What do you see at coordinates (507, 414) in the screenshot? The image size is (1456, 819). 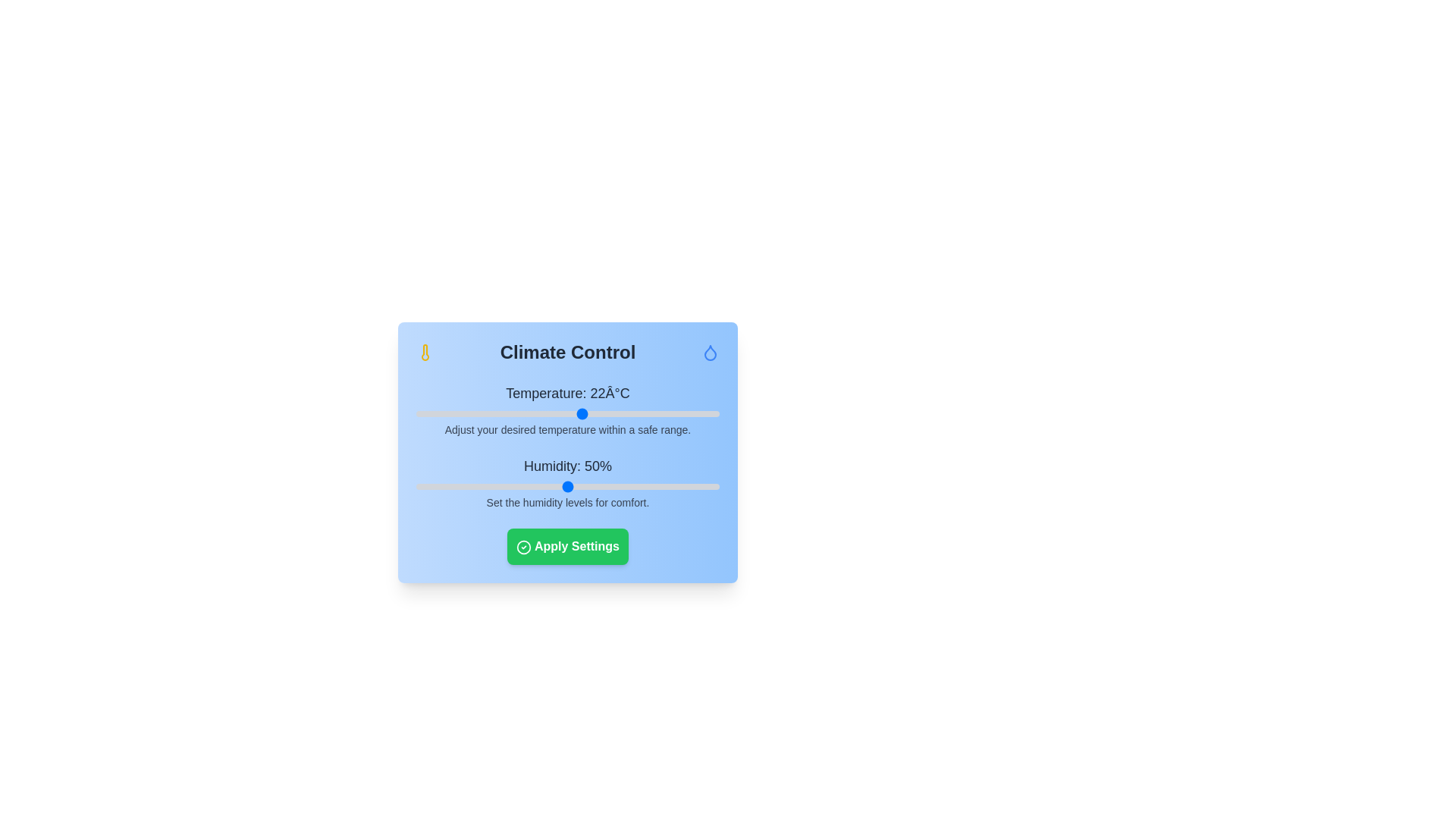 I see `the temperature` at bounding box center [507, 414].